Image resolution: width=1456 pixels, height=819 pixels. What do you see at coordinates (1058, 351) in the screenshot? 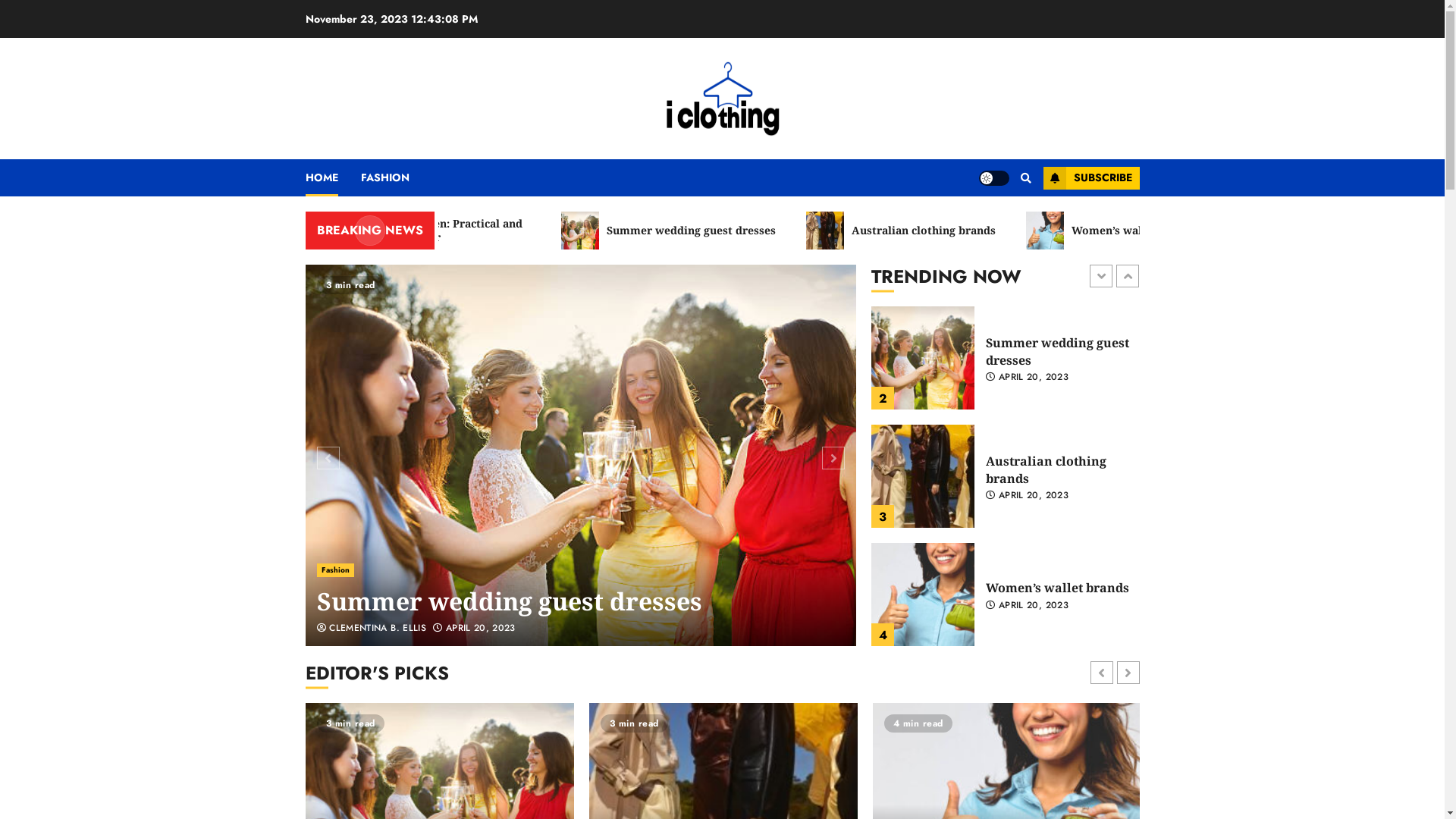
I see `'Clear Heels for Women: Practical and Fashionable Footwear'` at bounding box center [1058, 351].